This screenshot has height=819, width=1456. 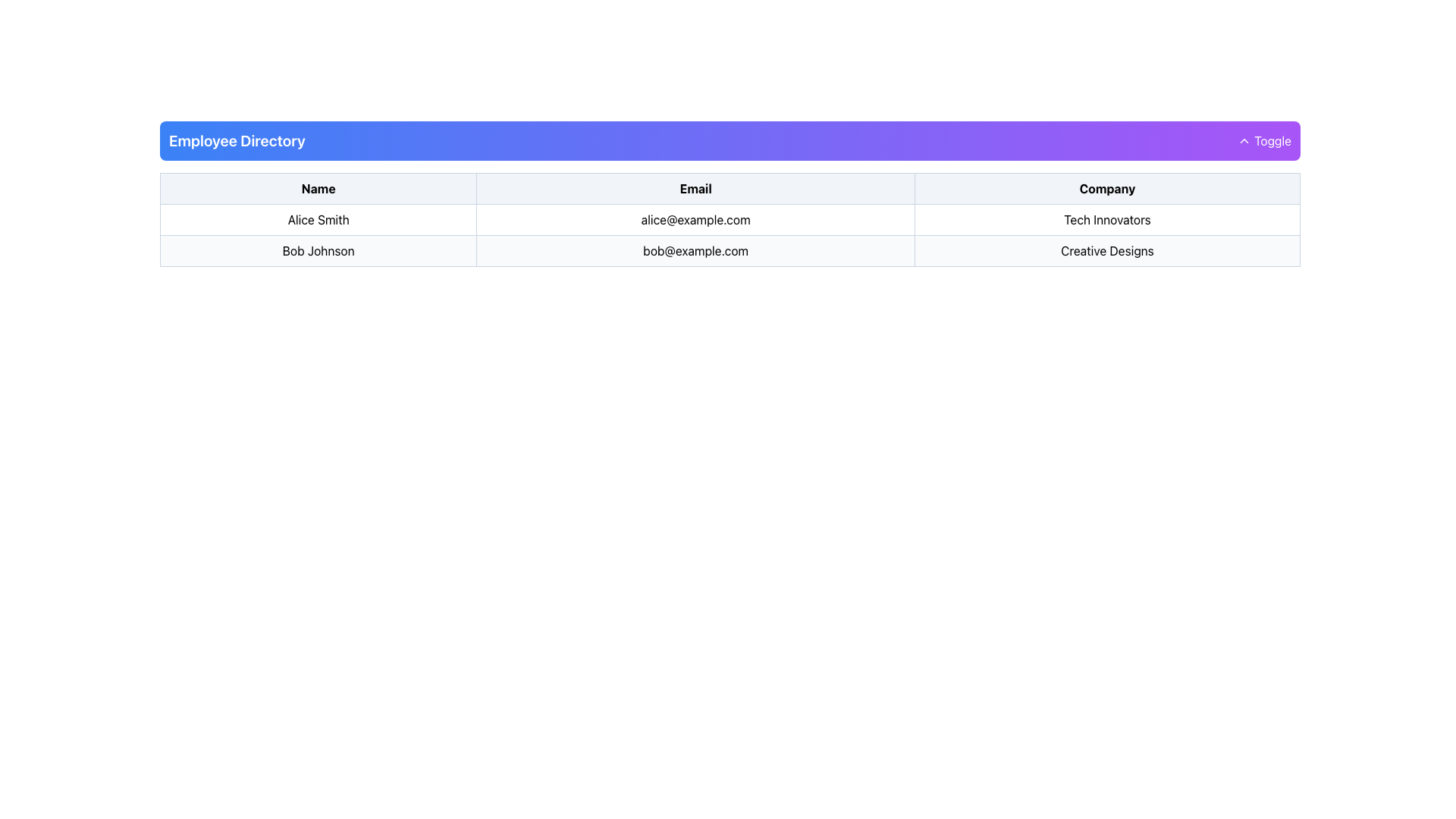 I want to click on the 'Company' column header cell in the table, which is the third cell in the header row following 'Name' and 'Email', so click(x=1107, y=188).